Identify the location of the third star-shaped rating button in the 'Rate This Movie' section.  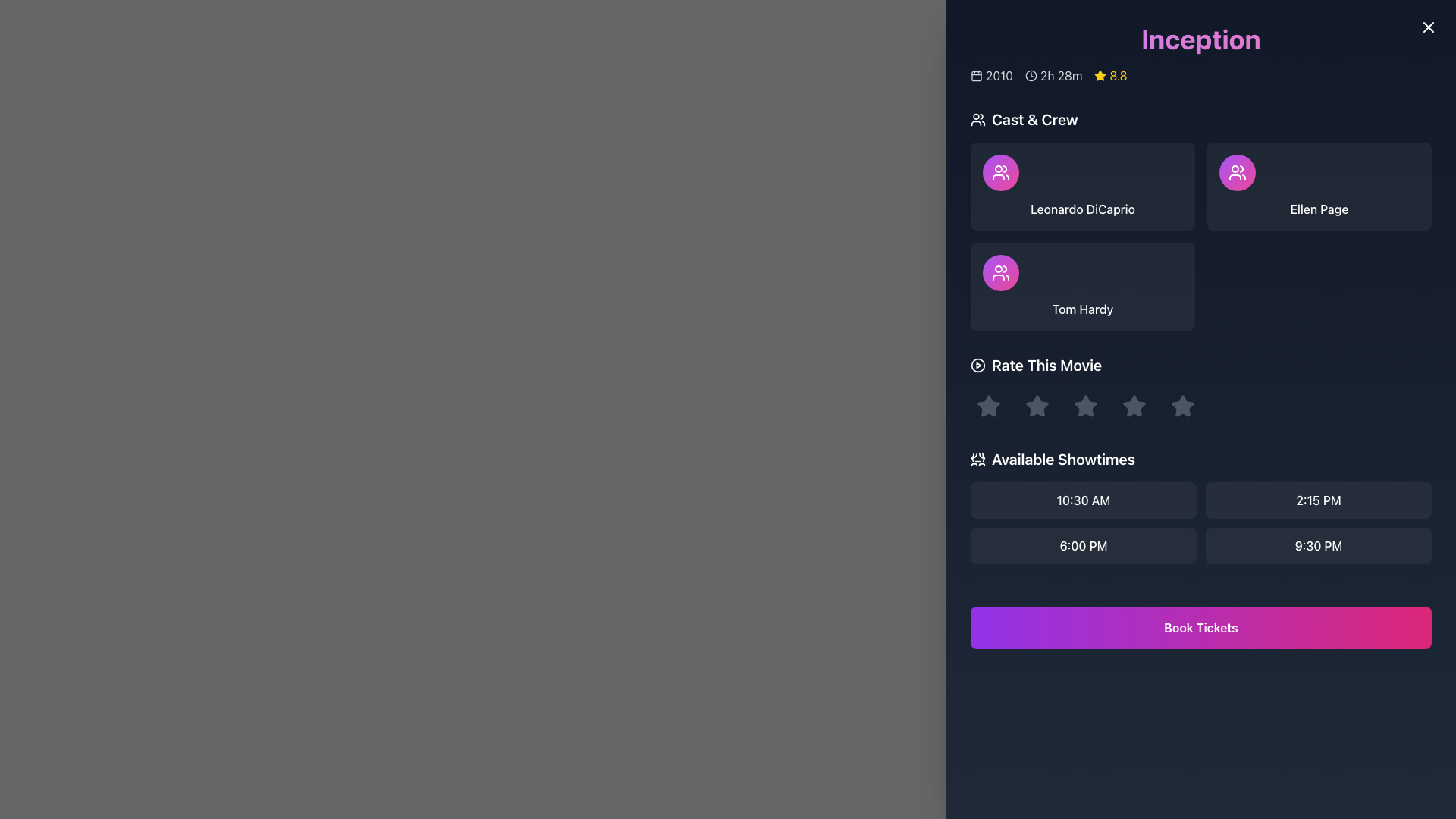
(1084, 406).